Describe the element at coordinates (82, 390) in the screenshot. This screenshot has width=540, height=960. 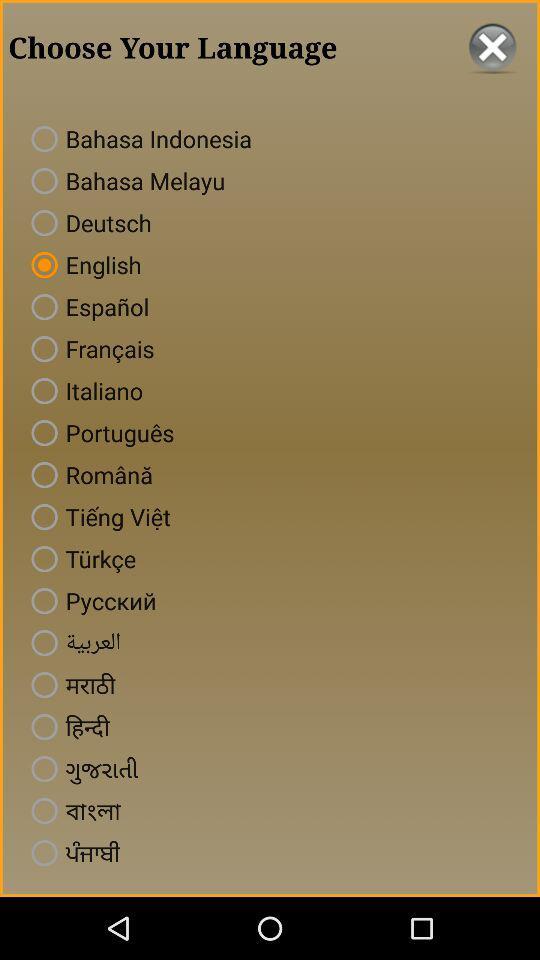
I see `the italiano` at that location.